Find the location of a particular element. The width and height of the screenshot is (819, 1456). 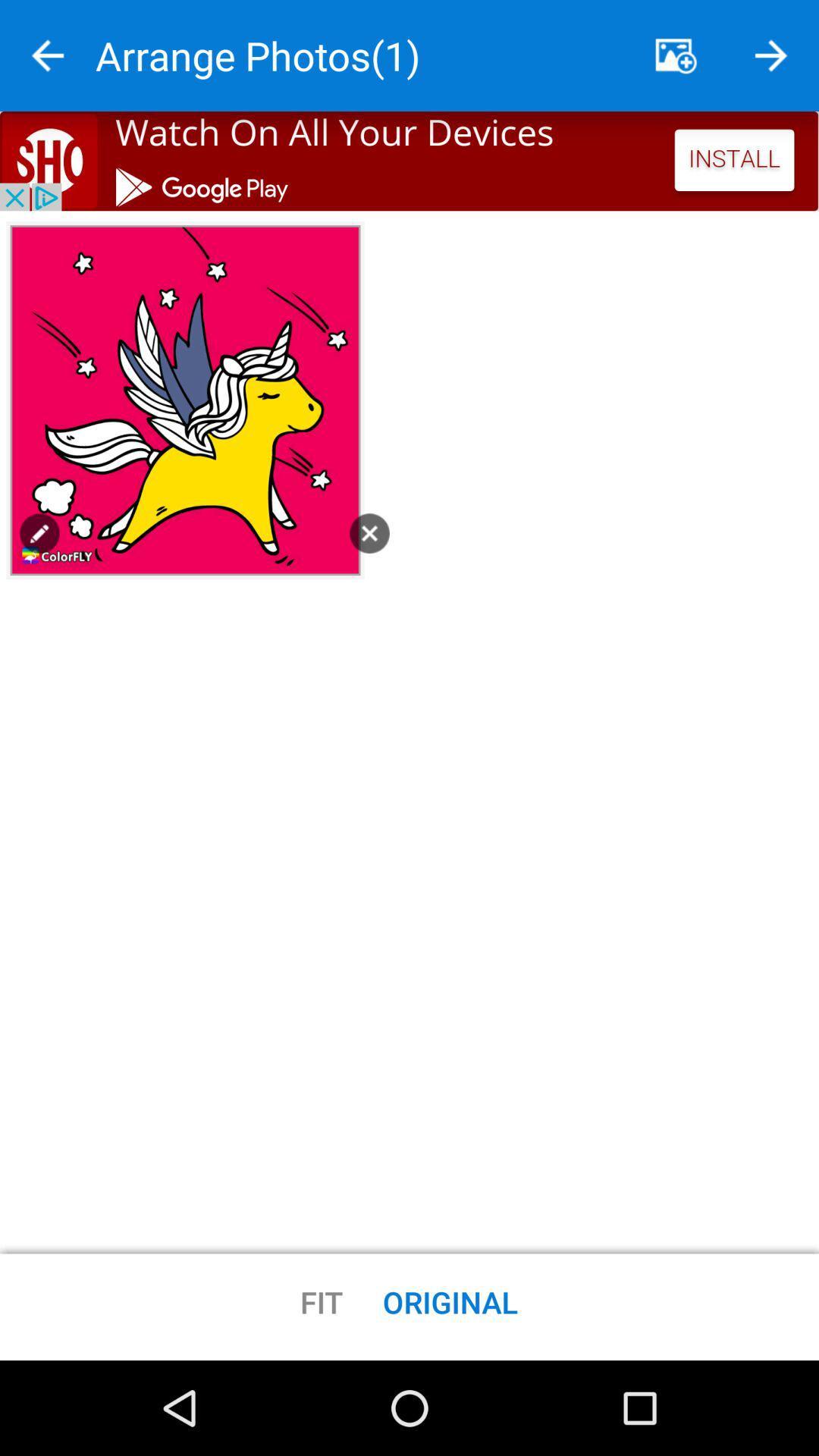

exit button is located at coordinates (369, 533).